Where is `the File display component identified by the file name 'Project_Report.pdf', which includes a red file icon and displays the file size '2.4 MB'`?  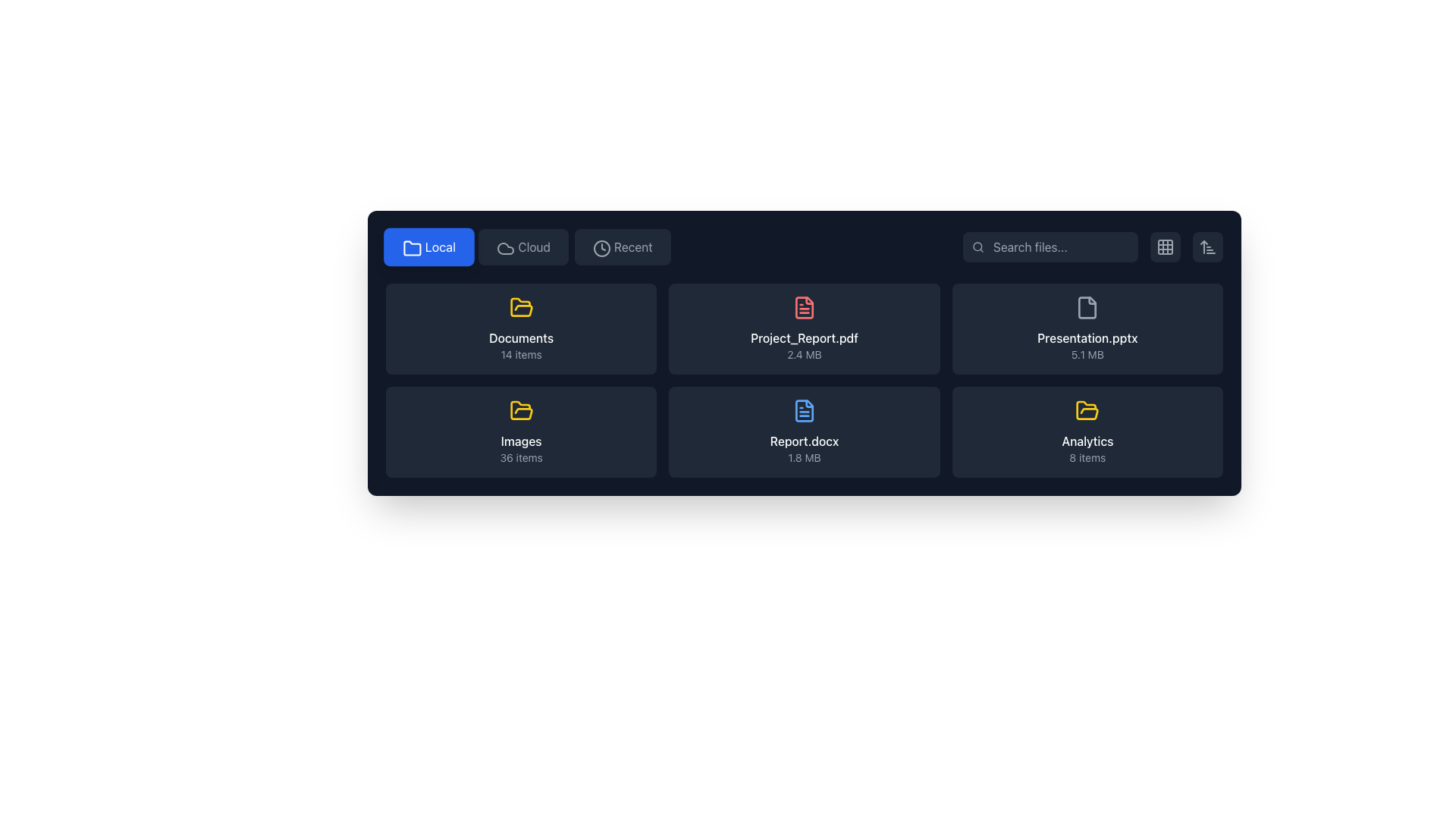
the File display component identified by the file name 'Project_Report.pdf', which includes a red file icon and displays the file size '2.4 MB' is located at coordinates (803, 328).